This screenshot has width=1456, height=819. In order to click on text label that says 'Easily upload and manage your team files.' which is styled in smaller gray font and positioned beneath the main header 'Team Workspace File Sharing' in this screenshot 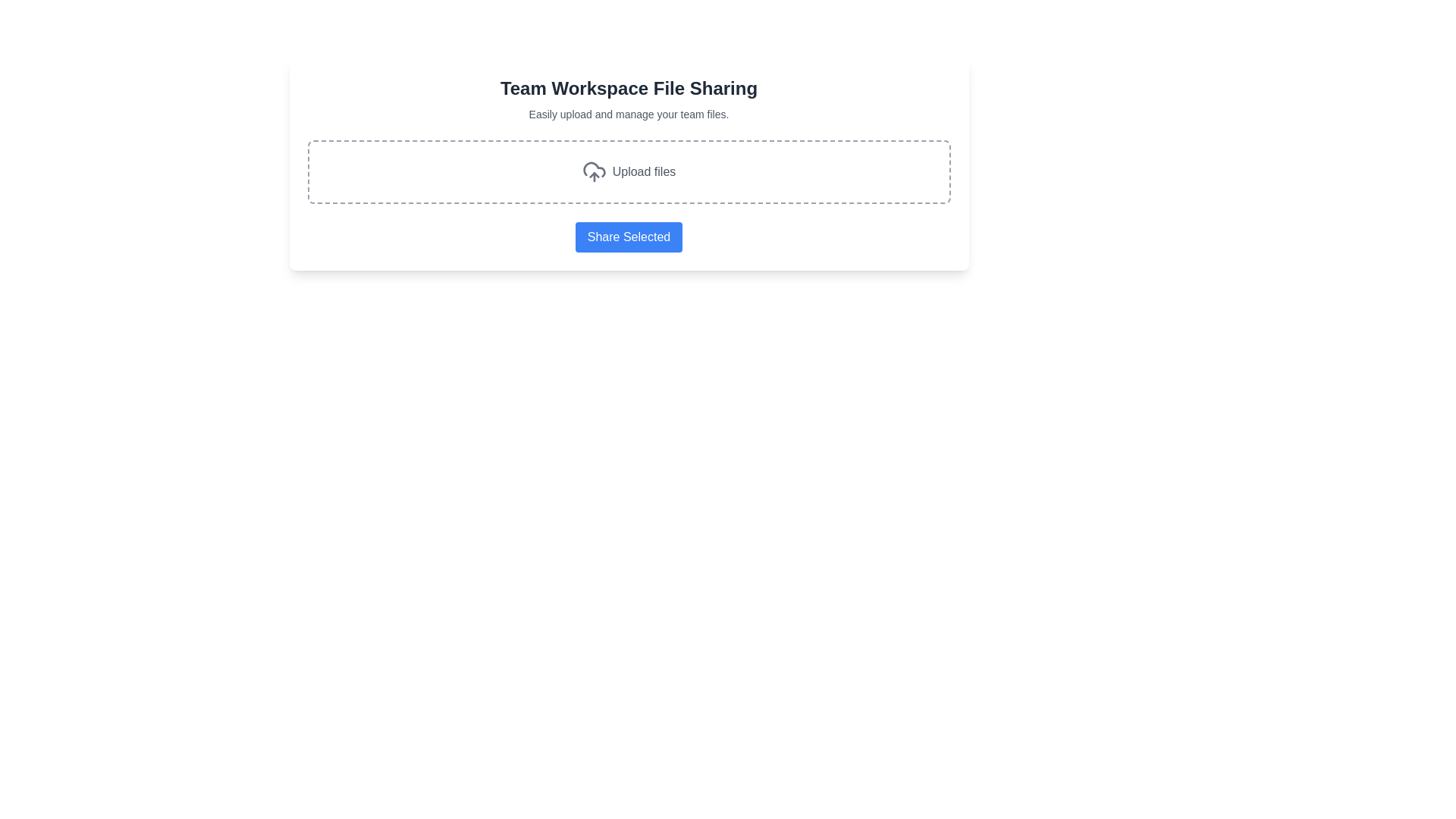, I will do `click(629, 113)`.